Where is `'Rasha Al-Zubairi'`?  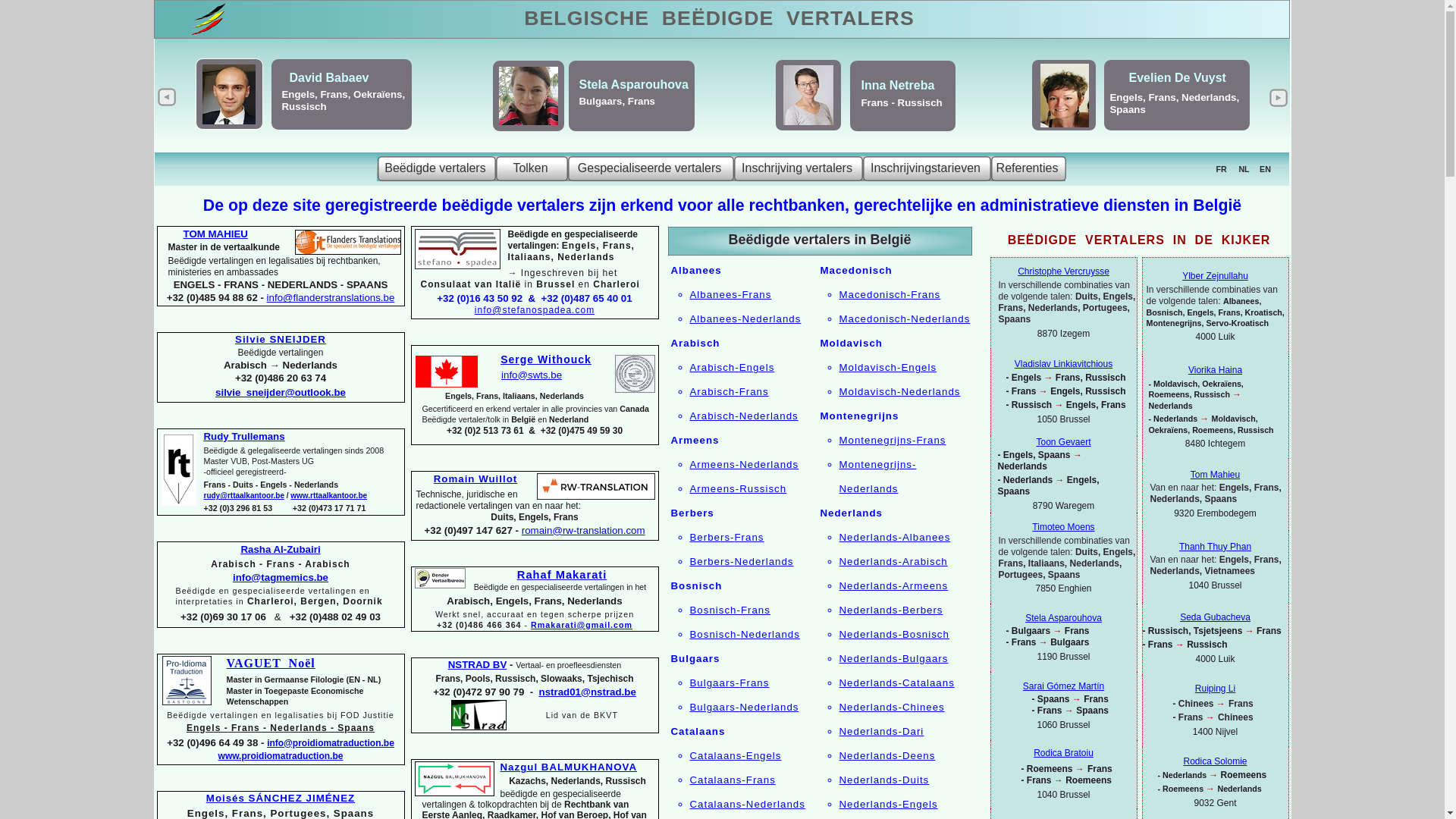 'Rasha Al-Zubairi' is located at coordinates (239, 549).